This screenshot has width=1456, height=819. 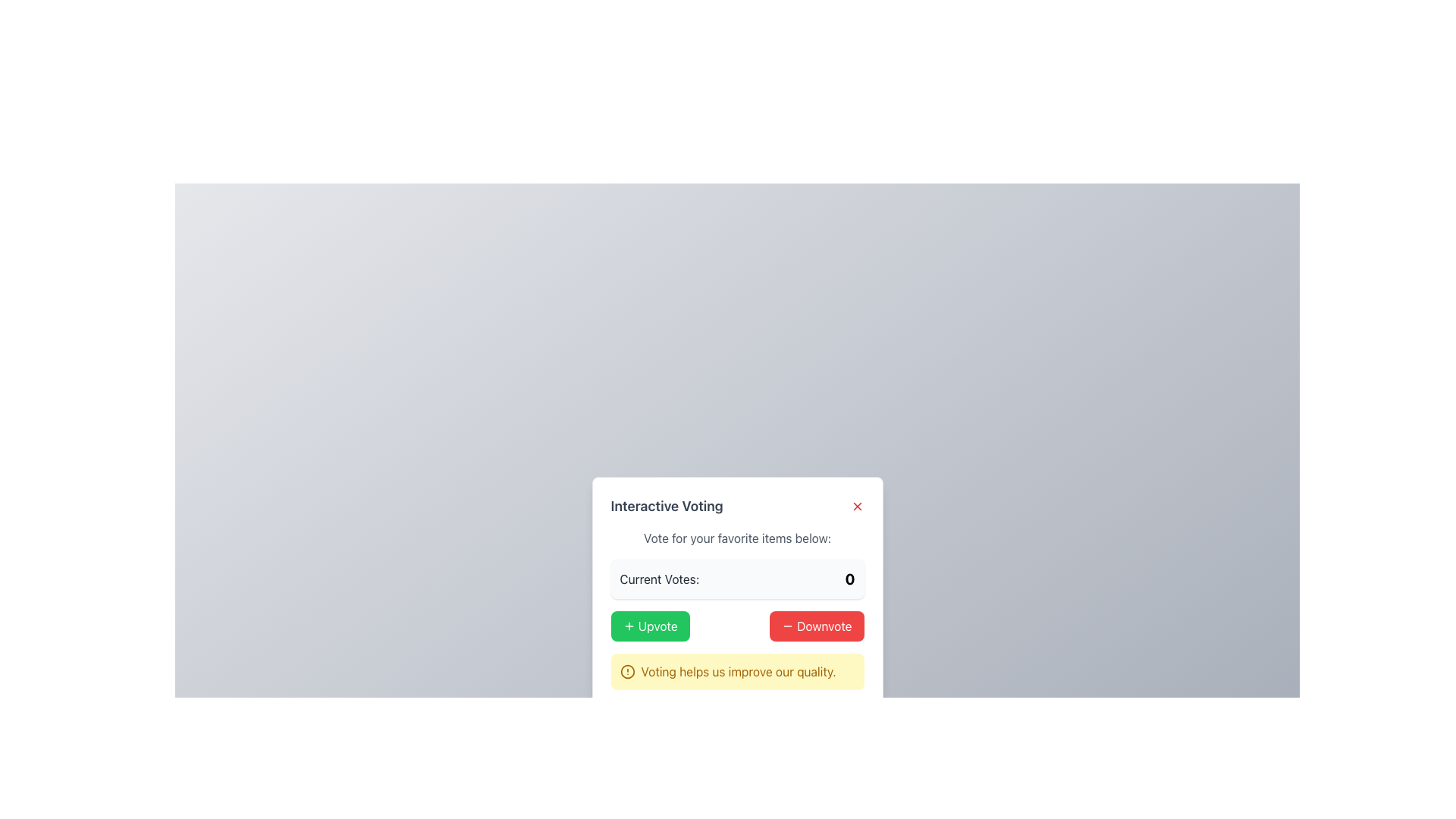 I want to click on the Close button located in the top-right corner of the voting interface, so click(x=857, y=506).